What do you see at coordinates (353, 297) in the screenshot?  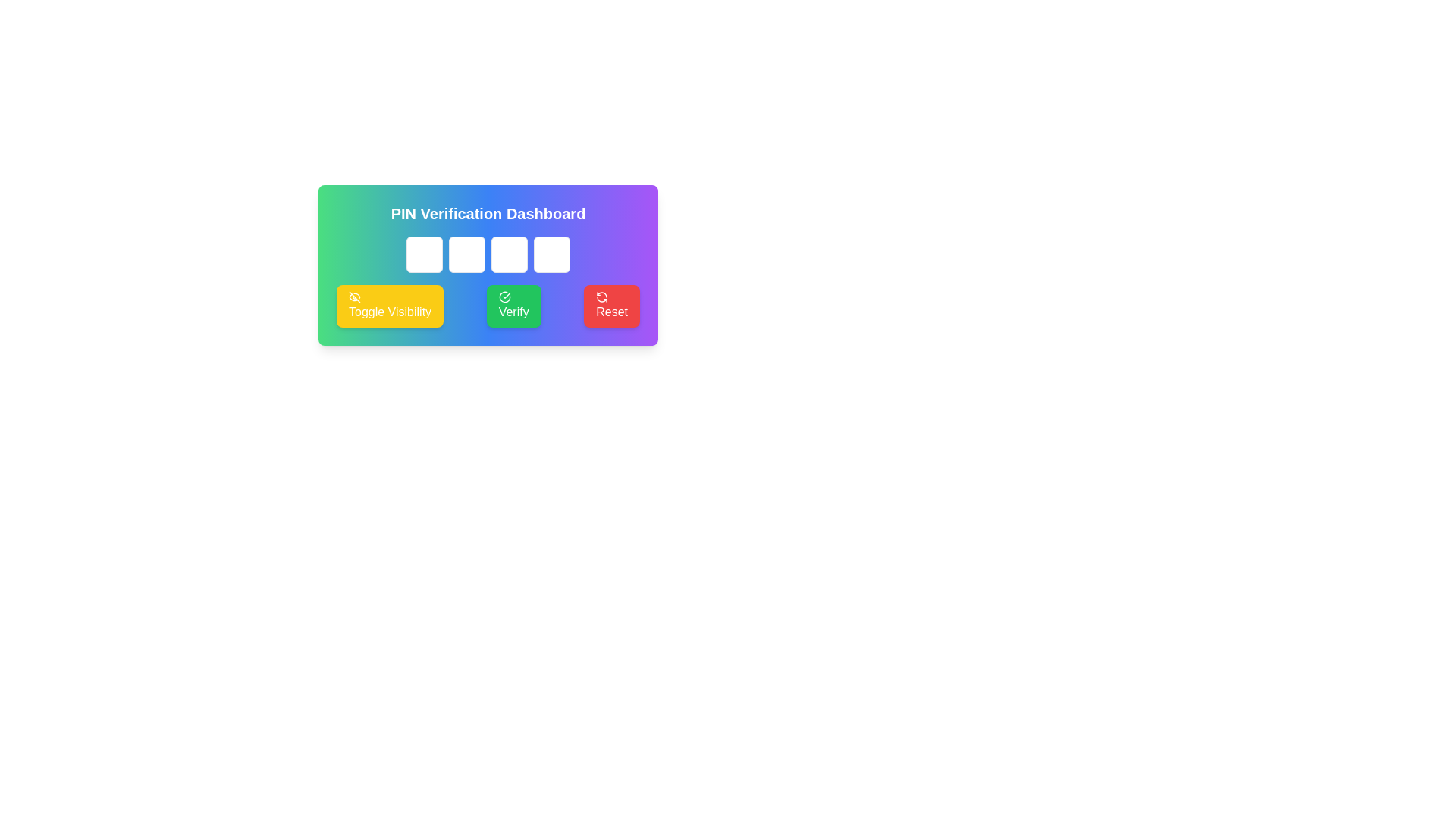 I see `the visibility toggle icon, which resembles an eye with a cross-line, located within a yellow rectangular button labeled 'Toggle Visibility' beneath the PIN input fields` at bounding box center [353, 297].